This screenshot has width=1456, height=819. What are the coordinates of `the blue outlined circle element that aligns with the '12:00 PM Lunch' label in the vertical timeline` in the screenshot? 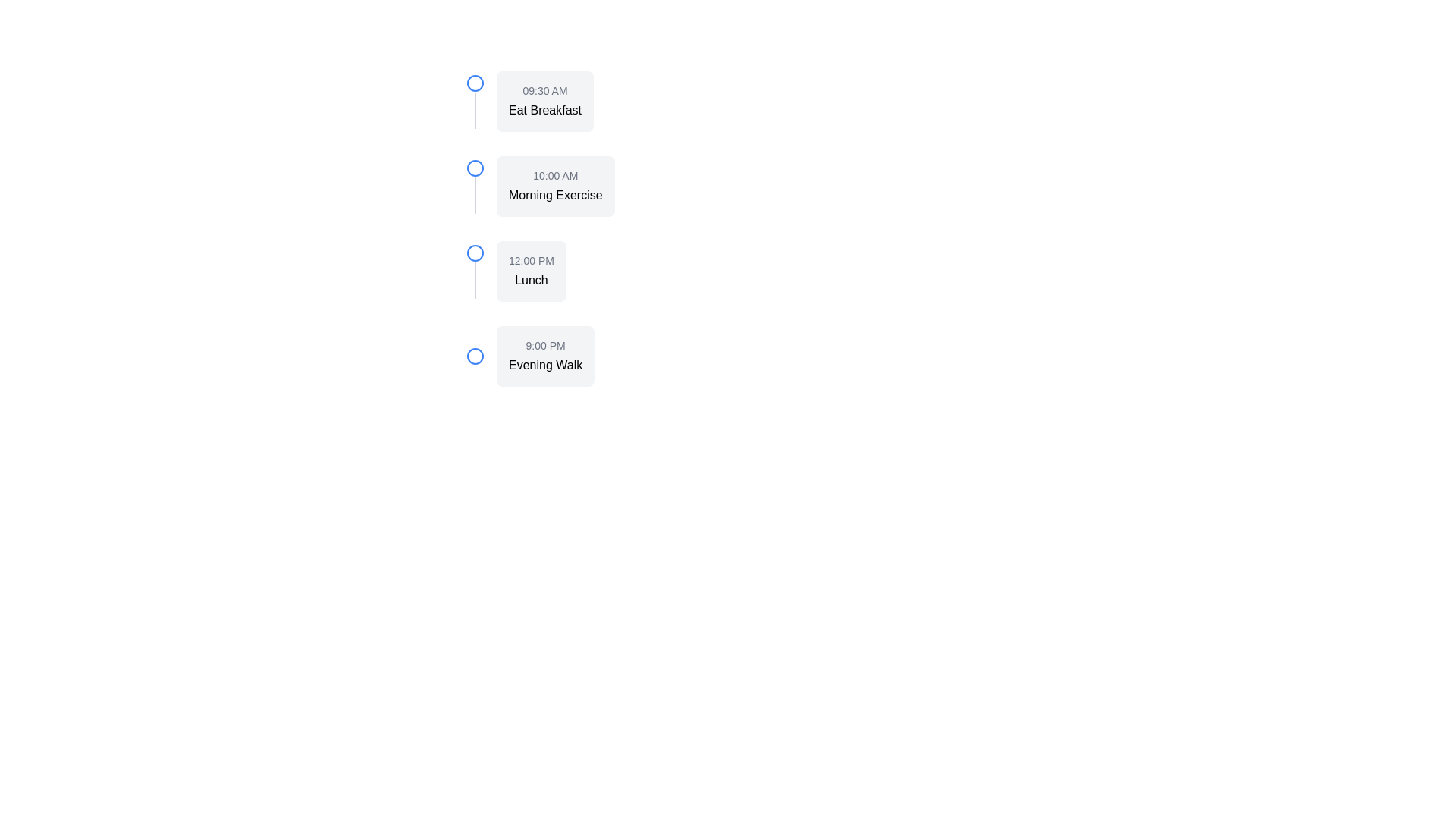 It's located at (475, 253).